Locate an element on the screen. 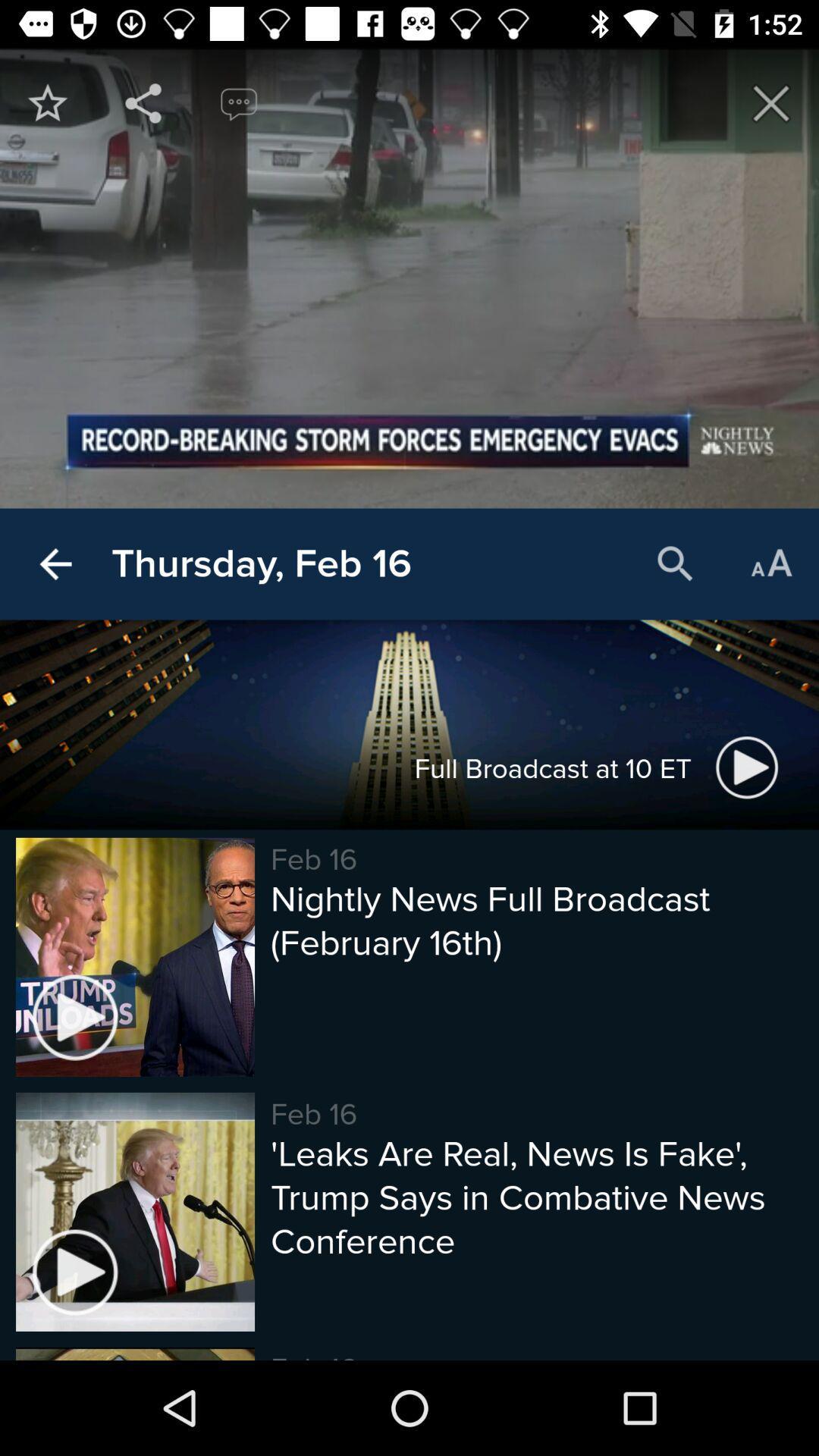  page is located at coordinates (46, 102).